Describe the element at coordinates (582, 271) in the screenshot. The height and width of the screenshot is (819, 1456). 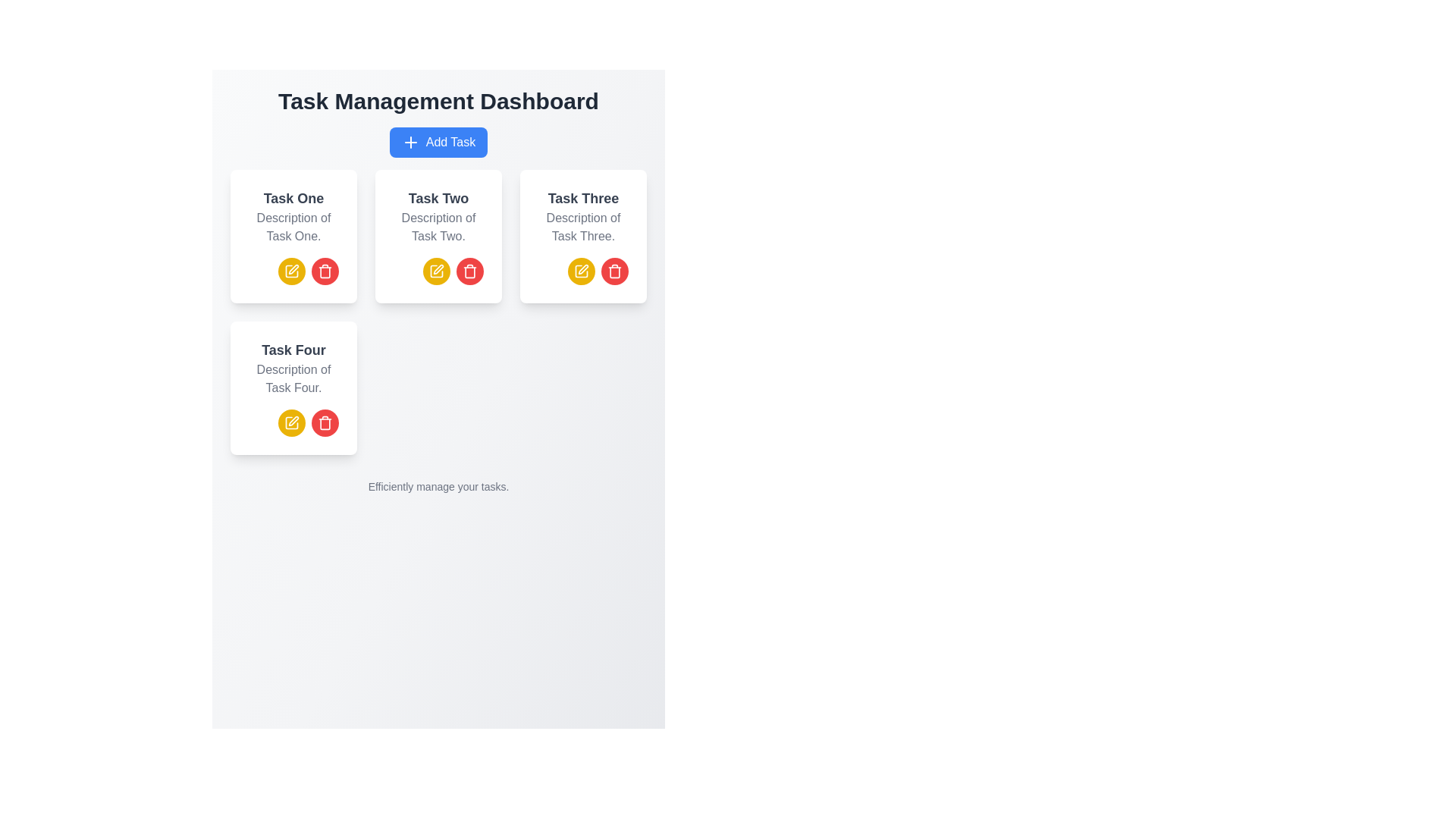
I see `the yellow edit button with a white pen icon located at the bottom right of the 'Task Three' card` at that location.